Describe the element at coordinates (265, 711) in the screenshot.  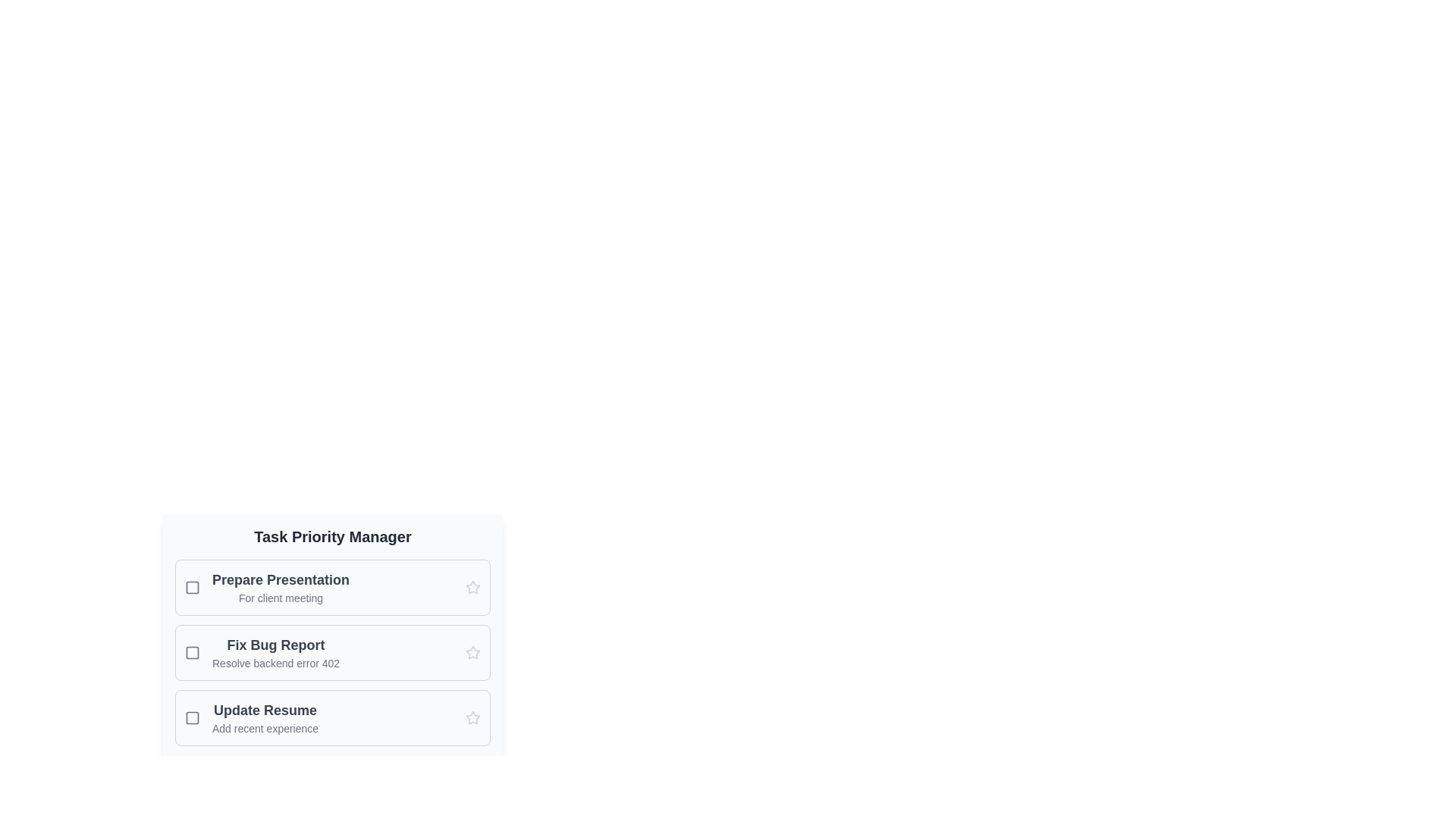
I see `the 'Update Resume' text label, which is prominently displayed in bold gray font within the 'Task Priority Manager' section` at that location.